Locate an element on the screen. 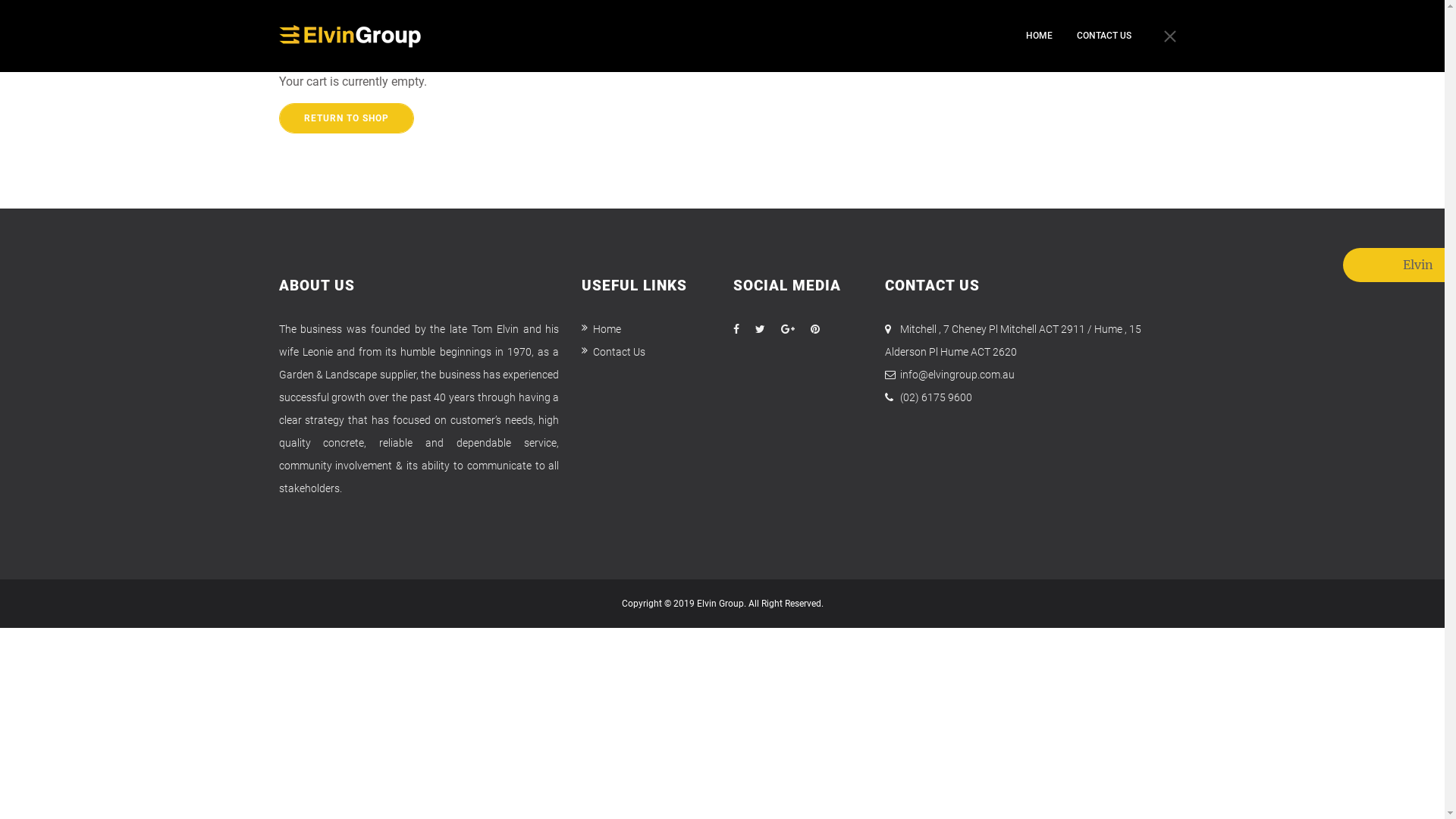 The image size is (1456, 819). 'info@elvingroup.com.au' is located at coordinates (899, 374).